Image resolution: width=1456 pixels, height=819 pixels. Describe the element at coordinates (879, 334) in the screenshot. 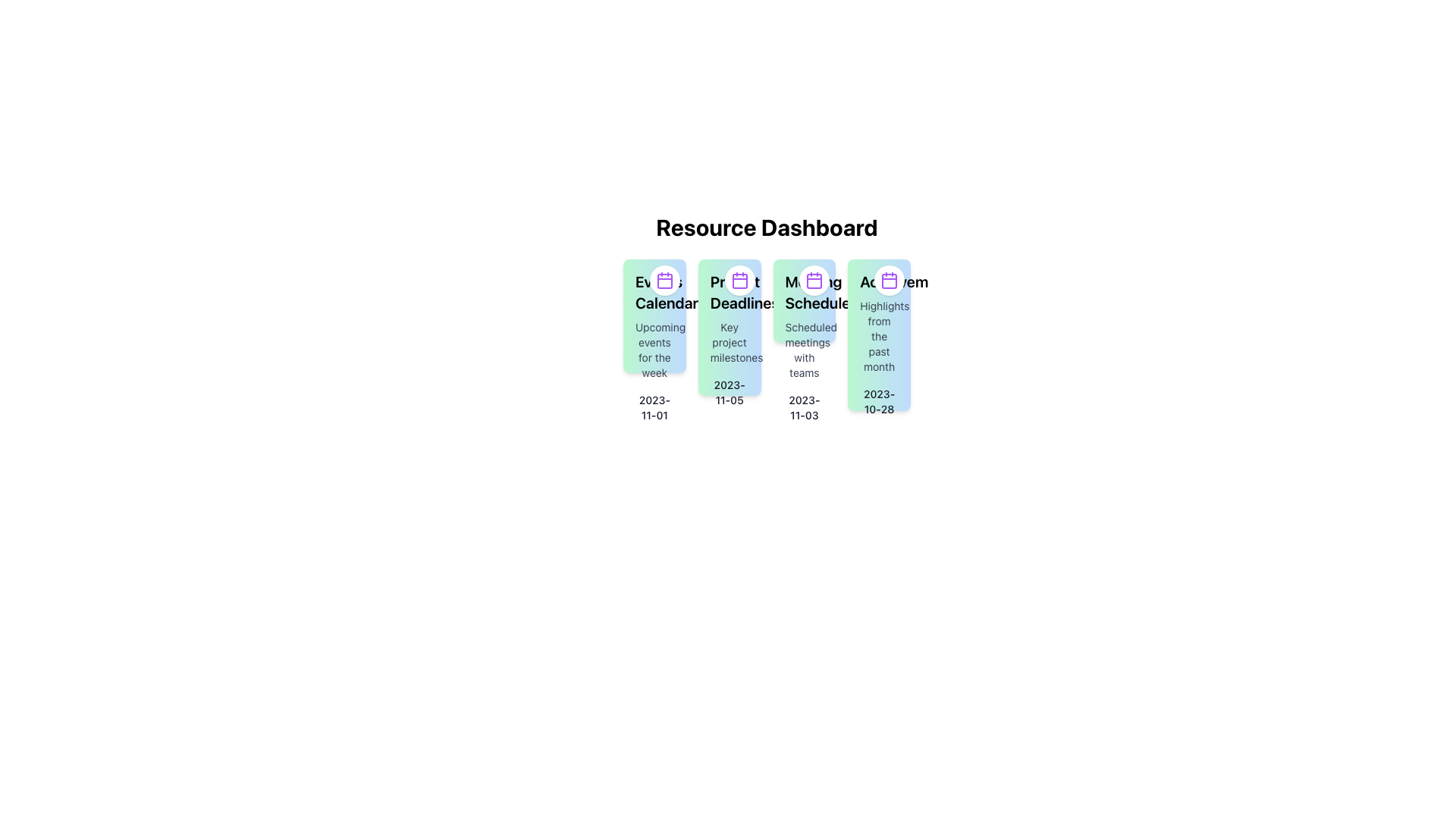

I see `the Information Card displaying achievements from the past month, located in the fourth column of the grid layout` at that location.